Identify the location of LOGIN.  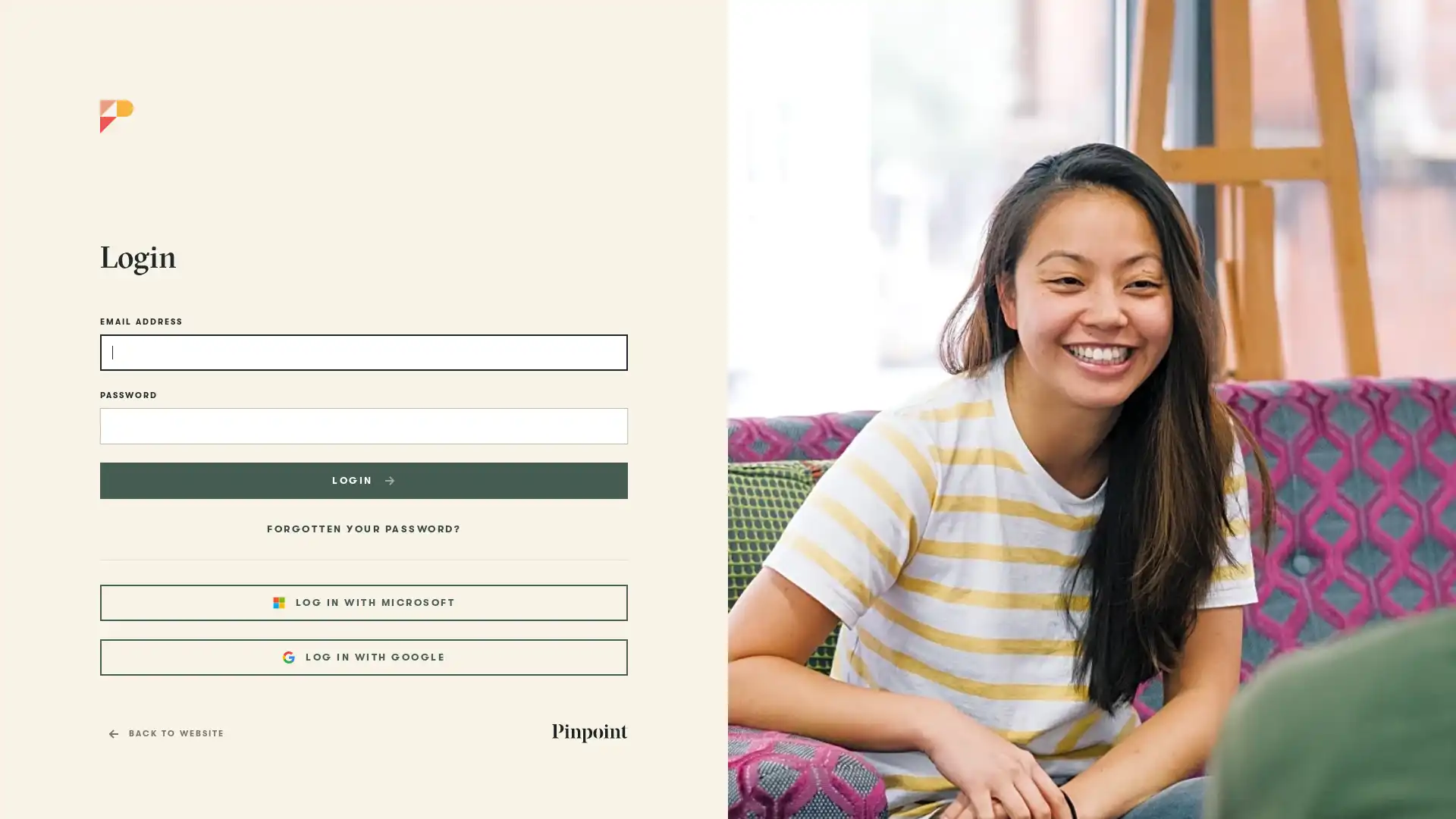
(362, 480).